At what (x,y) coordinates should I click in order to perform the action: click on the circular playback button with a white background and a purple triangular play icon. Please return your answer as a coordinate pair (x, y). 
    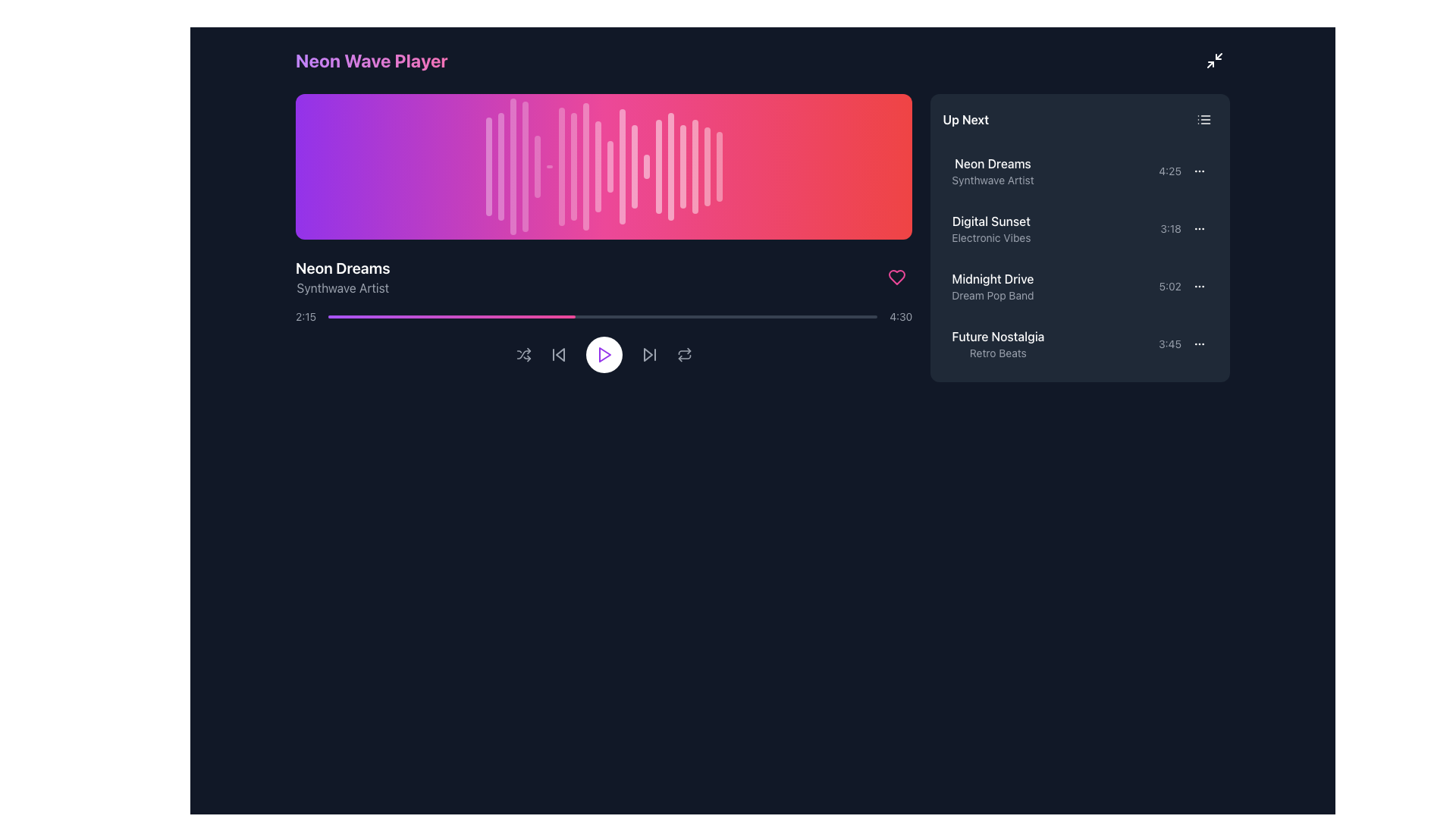
    Looking at the image, I should click on (603, 354).